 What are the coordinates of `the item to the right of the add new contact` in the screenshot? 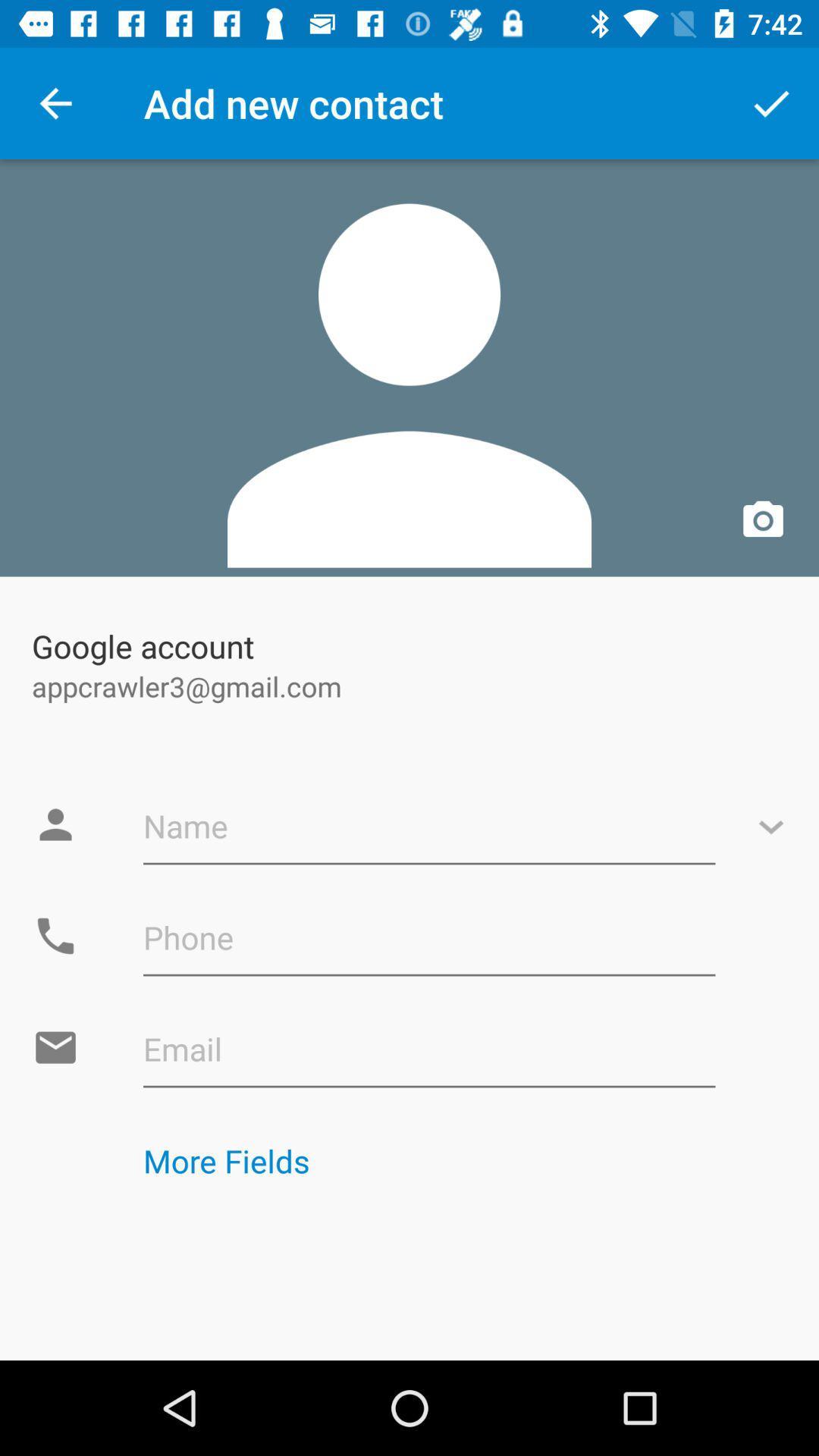 It's located at (771, 102).